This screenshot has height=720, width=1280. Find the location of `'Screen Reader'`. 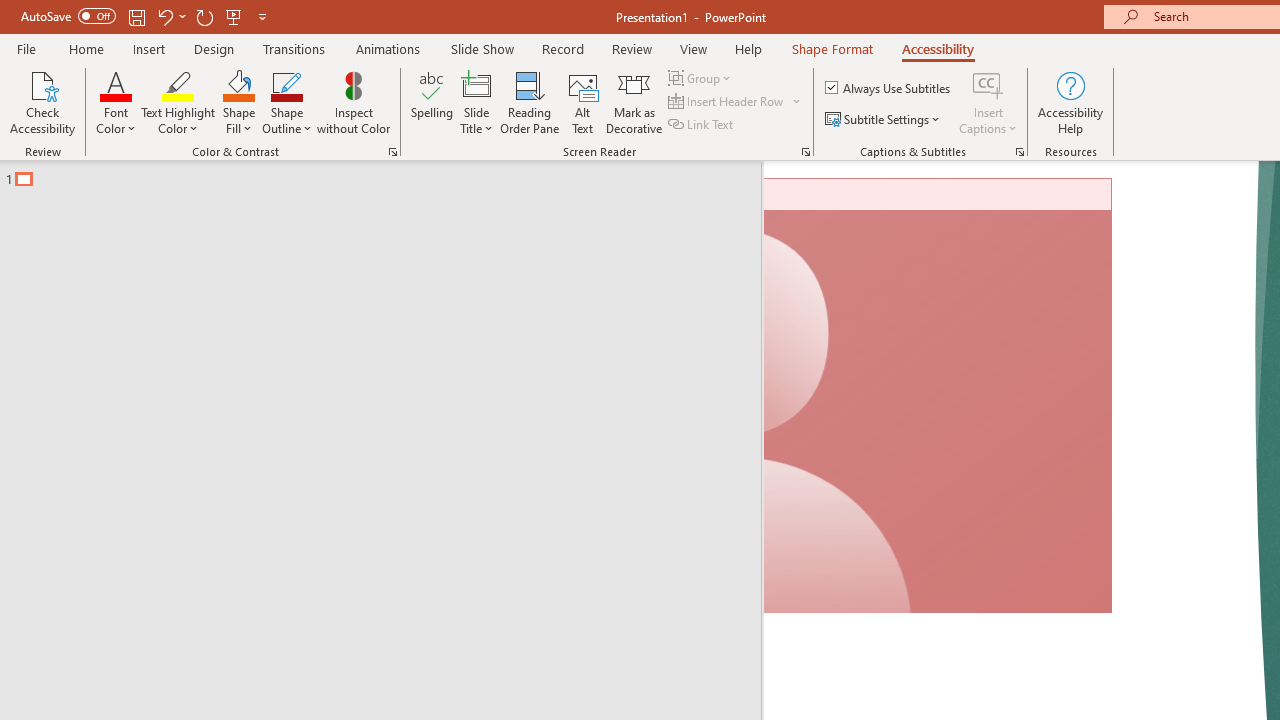

'Screen Reader' is located at coordinates (805, 150).